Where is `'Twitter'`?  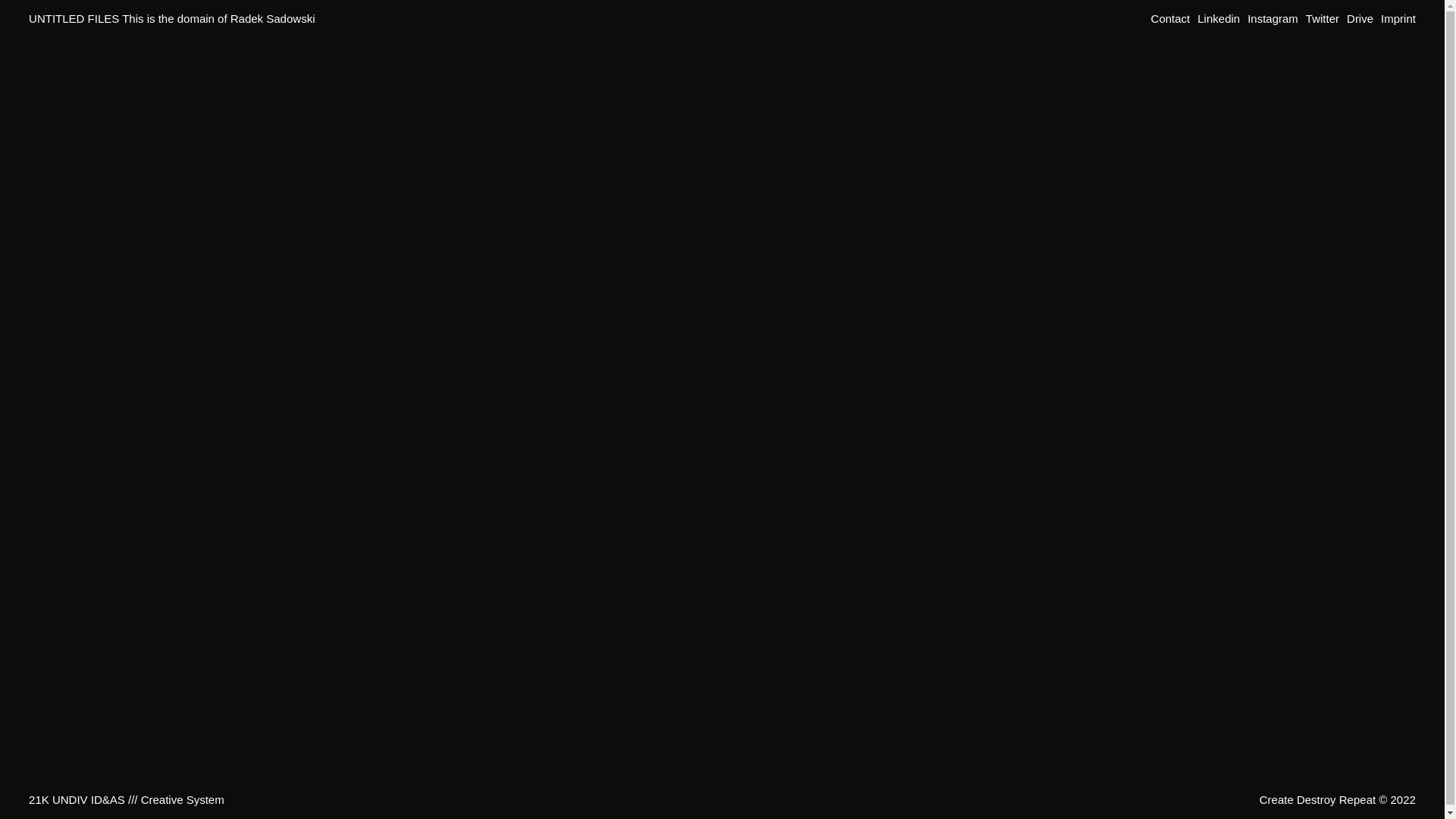 'Twitter' is located at coordinates (1305, 18).